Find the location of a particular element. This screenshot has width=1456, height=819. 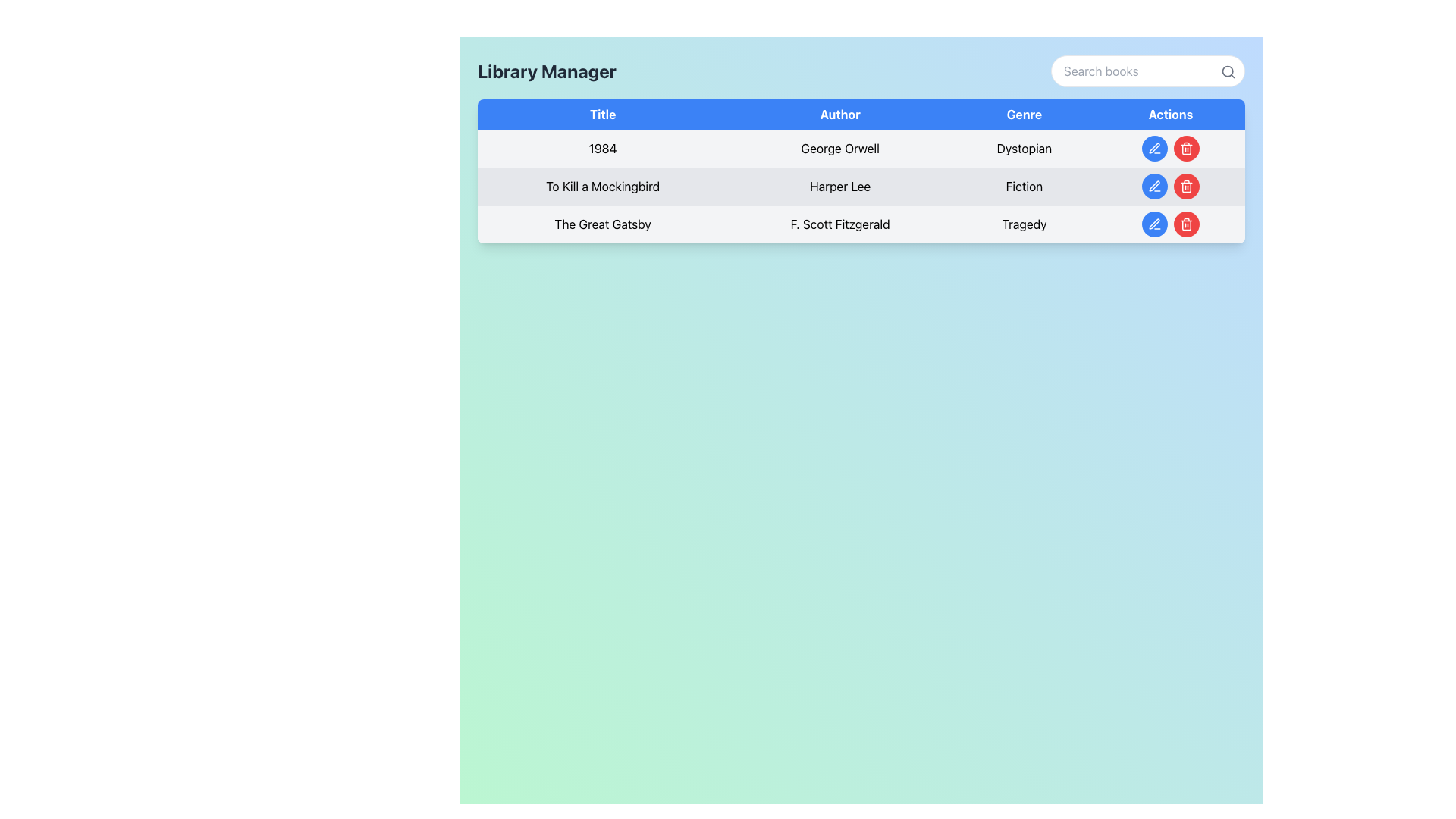

the static text label displaying the title of a book listed in the table for details is located at coordinates (602, 149).